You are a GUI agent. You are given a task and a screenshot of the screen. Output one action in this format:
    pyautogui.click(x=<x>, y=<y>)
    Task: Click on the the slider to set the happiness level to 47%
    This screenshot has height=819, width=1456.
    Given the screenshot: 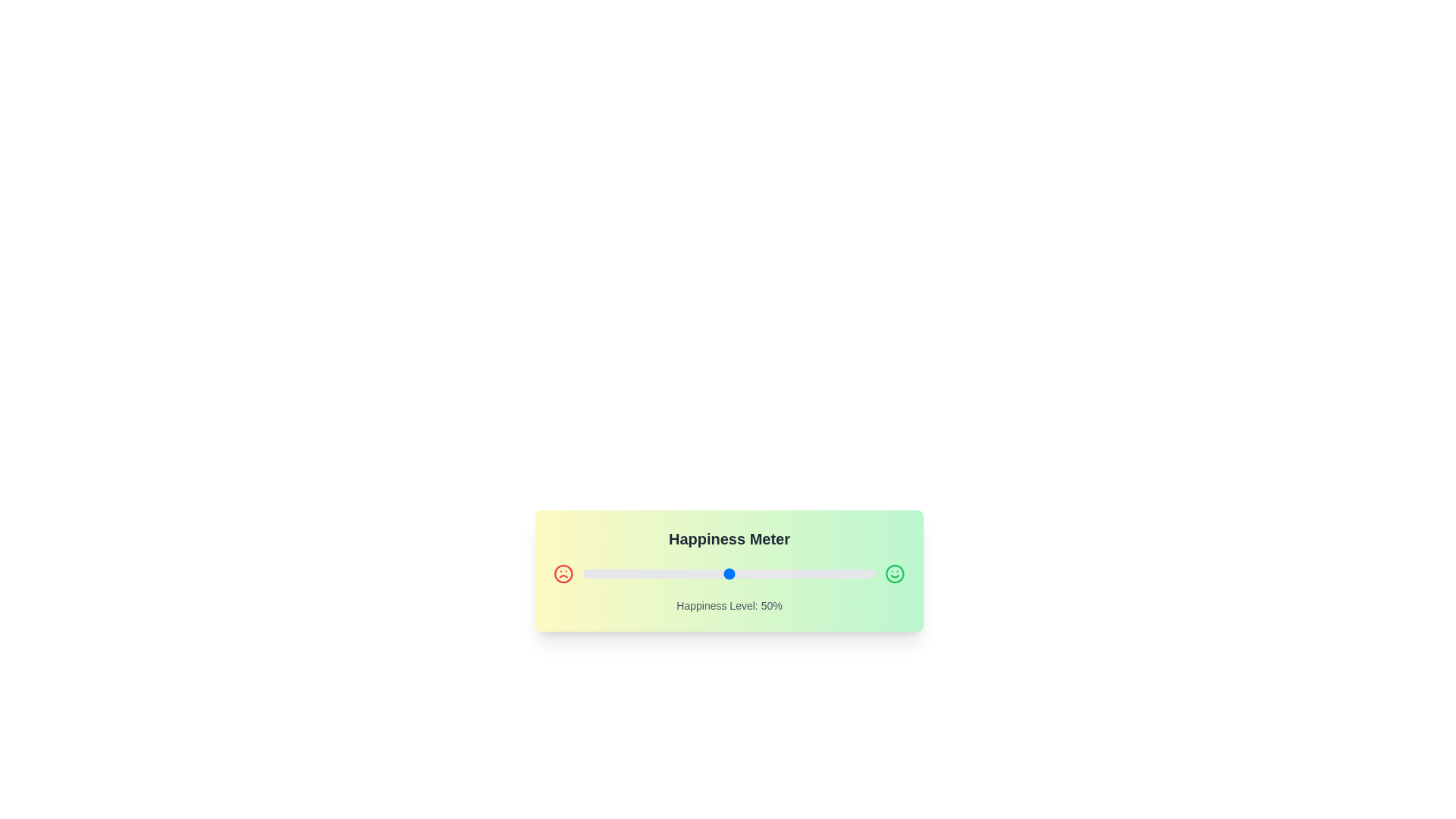 What is the action you would take?
    pyautogui.click(x=720, y=573)
    